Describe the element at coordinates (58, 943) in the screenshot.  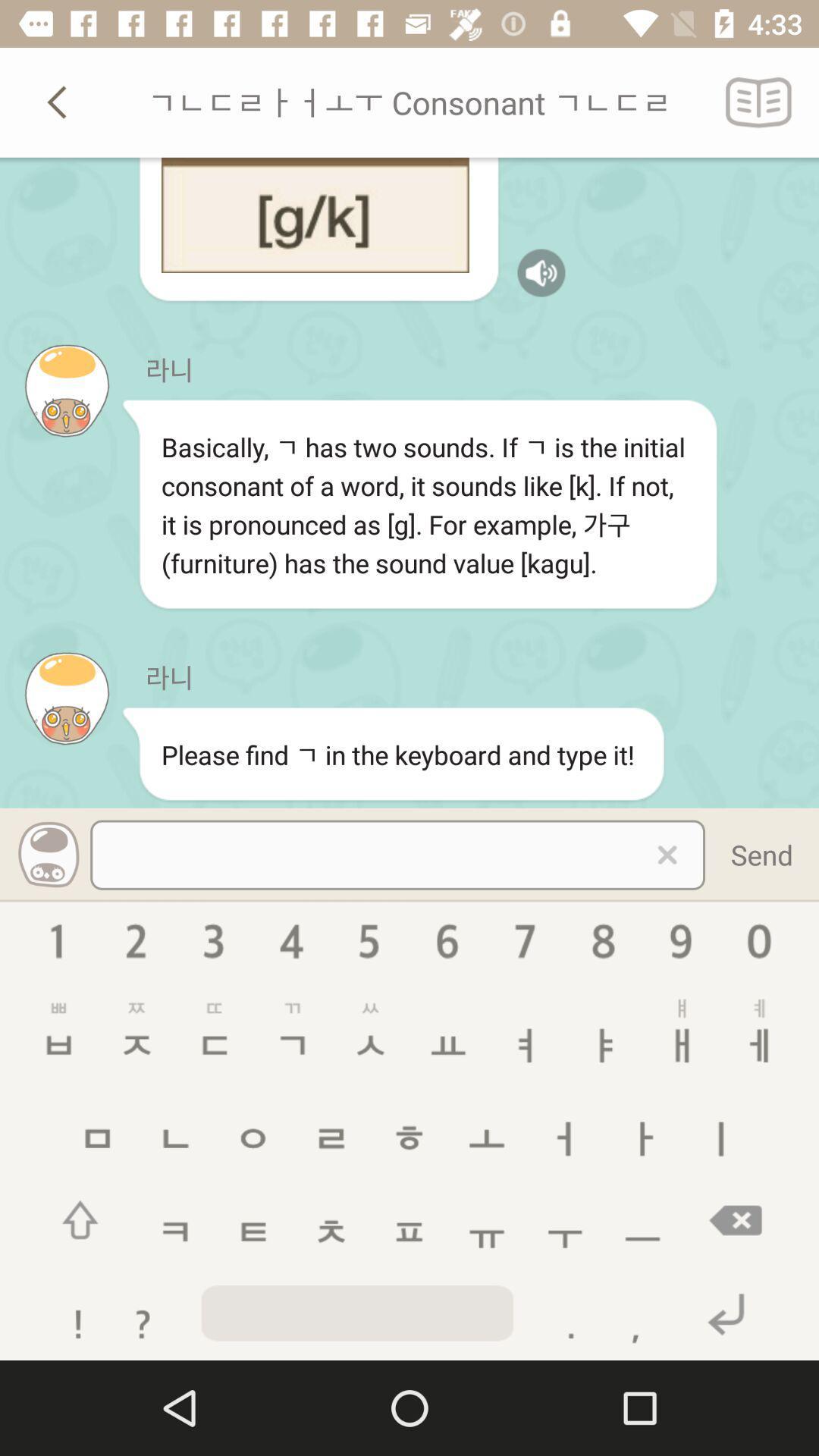
I see `the info icon` at that location.